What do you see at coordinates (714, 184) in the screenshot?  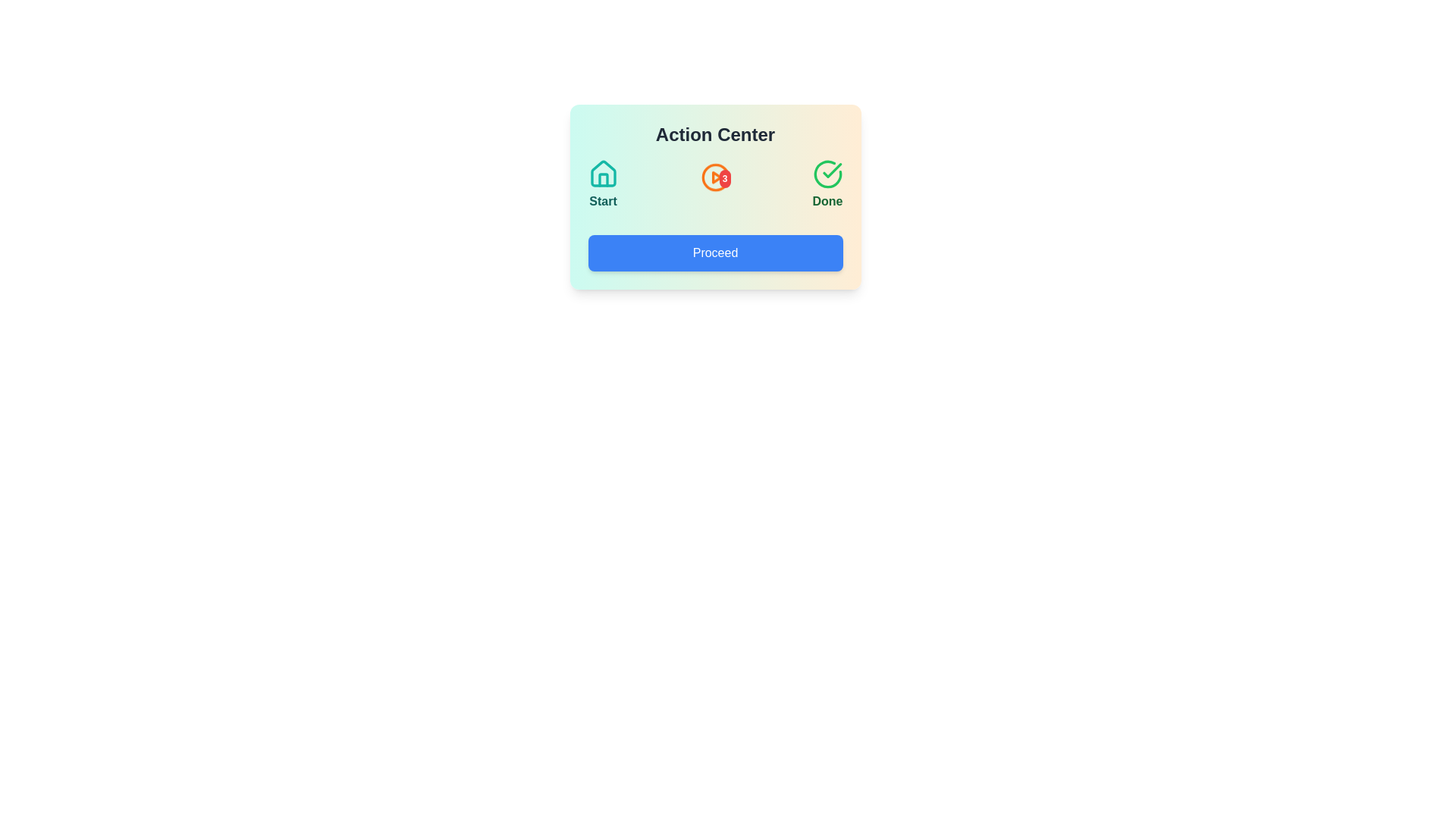 I see `the interactive status indicator labeled '3' located in the 'Action Center', which represents a middle step in a sequence` at bounding box center [714, 184].